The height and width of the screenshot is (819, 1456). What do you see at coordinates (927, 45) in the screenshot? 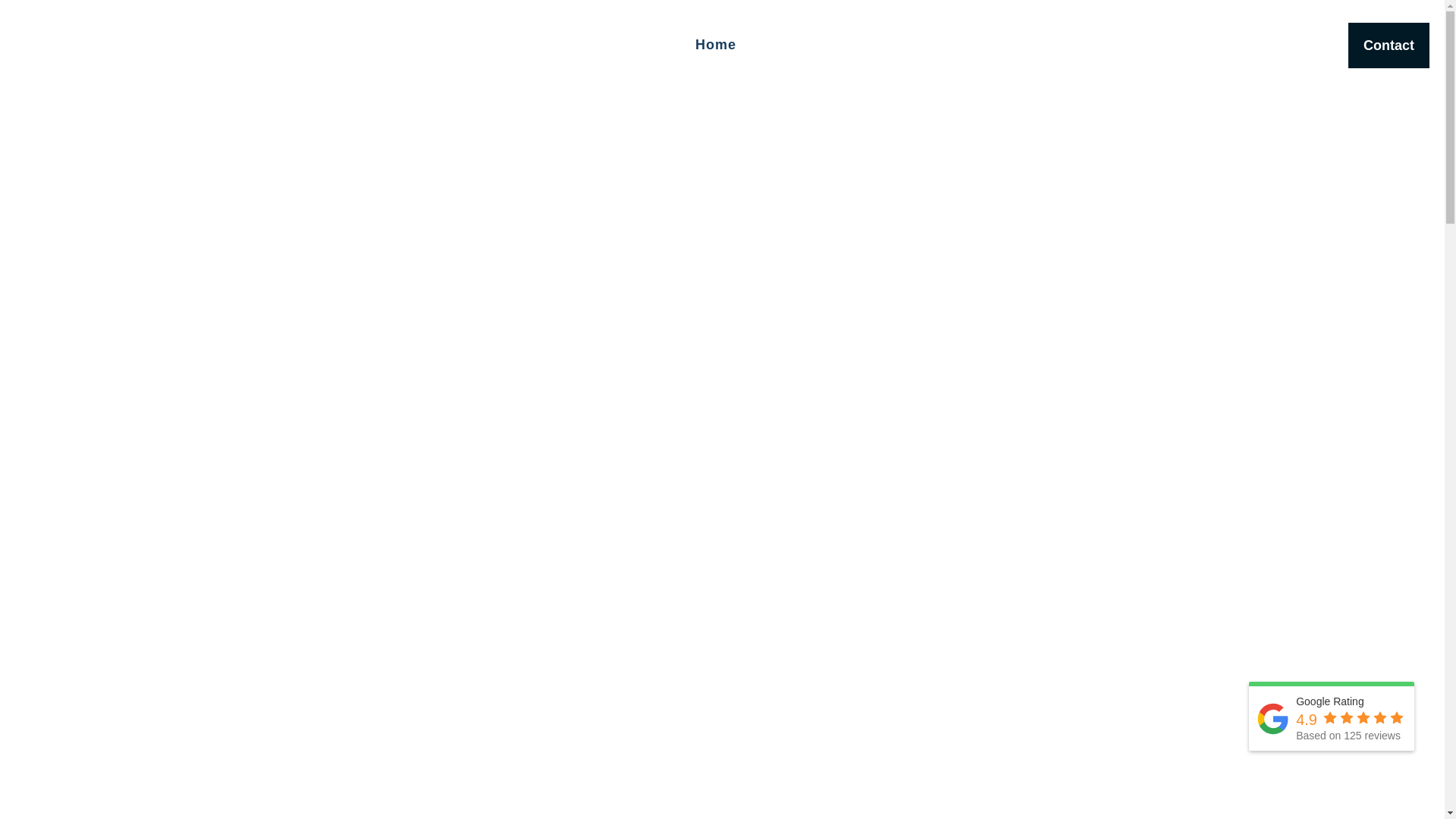
I see `'Procedures'` at bounding box center [927, 45].